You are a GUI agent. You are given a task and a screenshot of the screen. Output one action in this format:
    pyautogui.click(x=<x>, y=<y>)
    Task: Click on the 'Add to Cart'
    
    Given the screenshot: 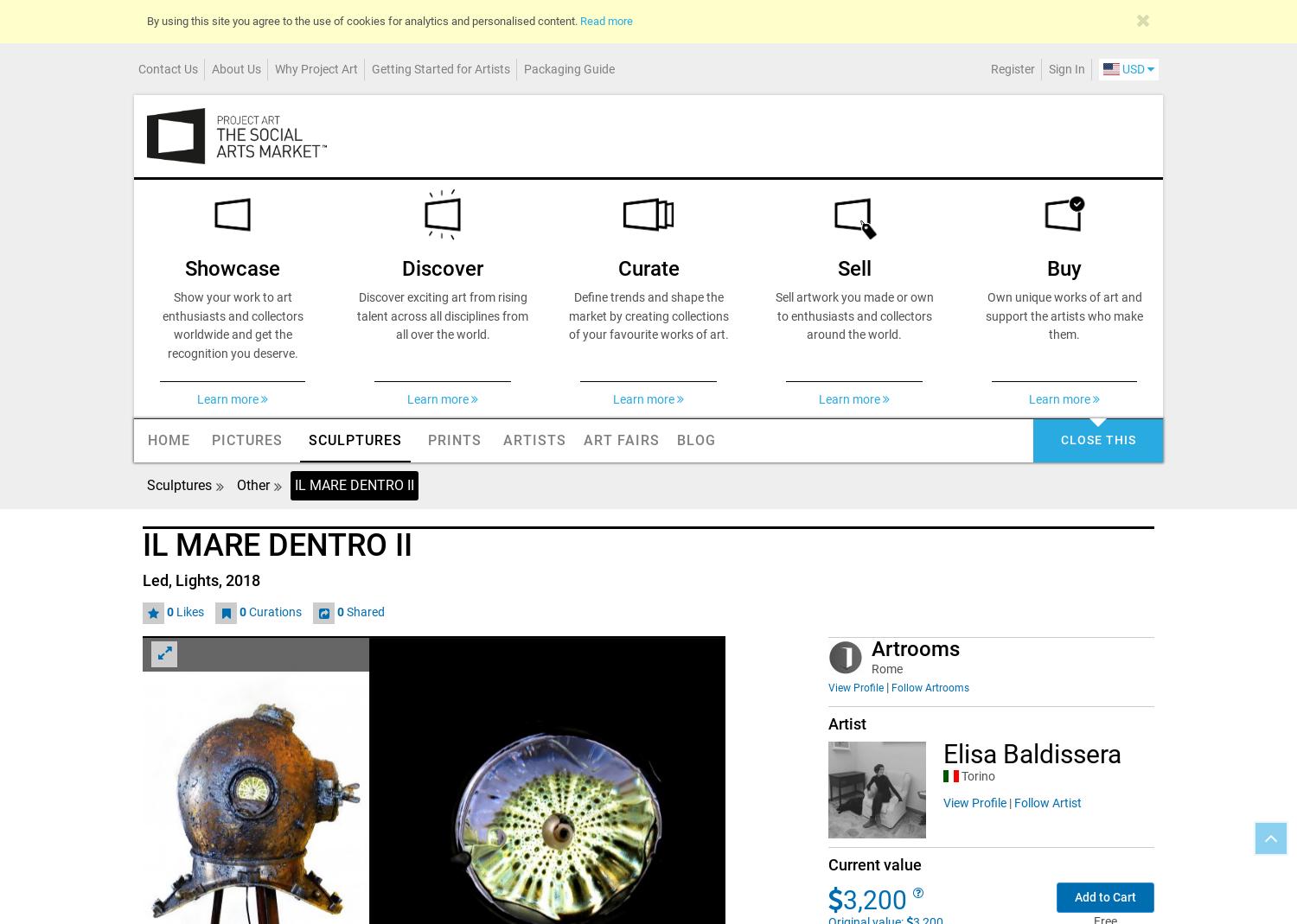 What is the action you would take?
    pyautogui.click(x=1104, y=897)
    